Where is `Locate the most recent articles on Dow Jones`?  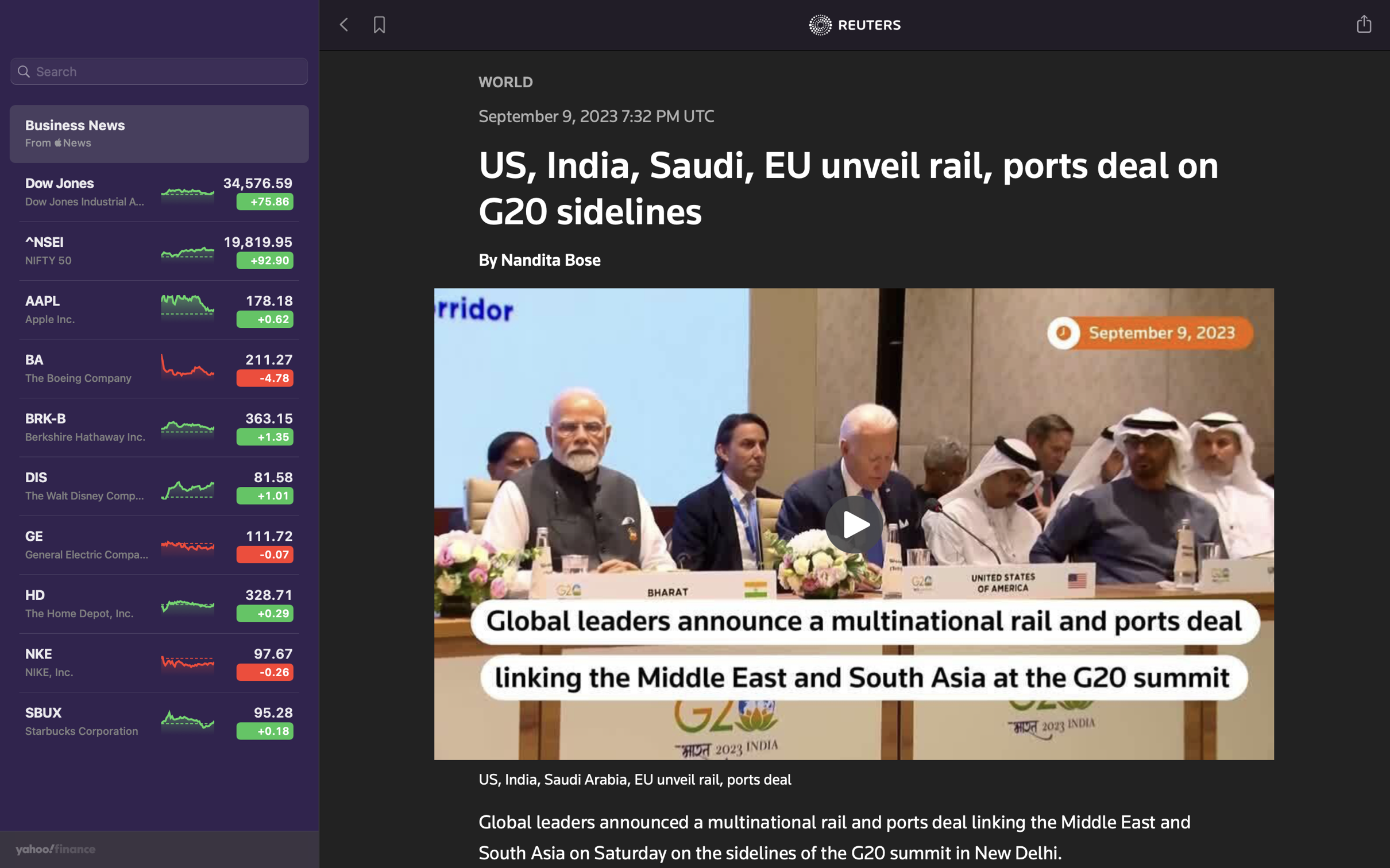
Locate the most recent articles on Dow Jones is located at coordinates (160, 73).